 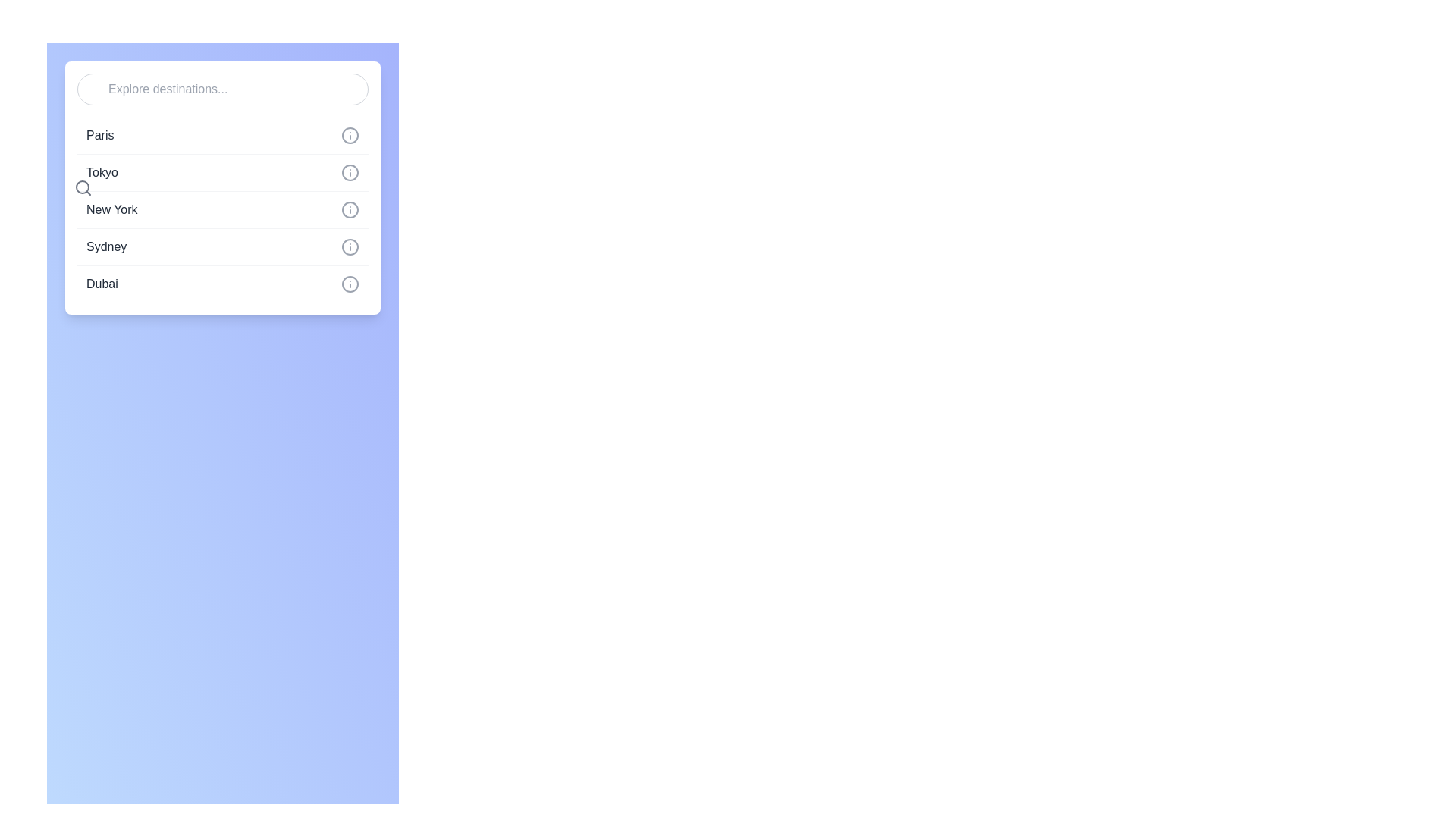 I want to click on the 'New York' label, so click(x=111, y=210).